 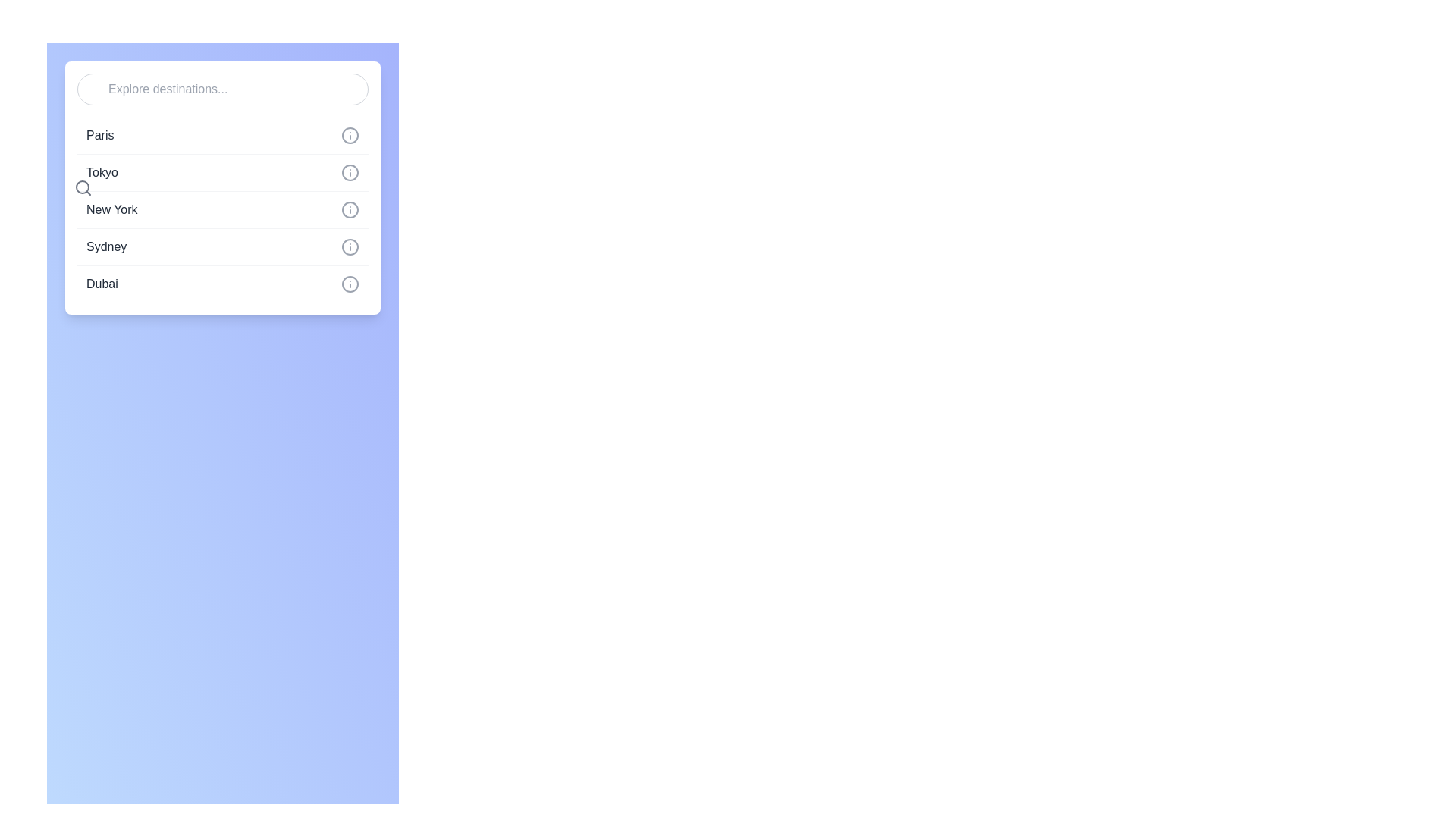 I want to click on the 'New York' label, so click(x=111, y=210).